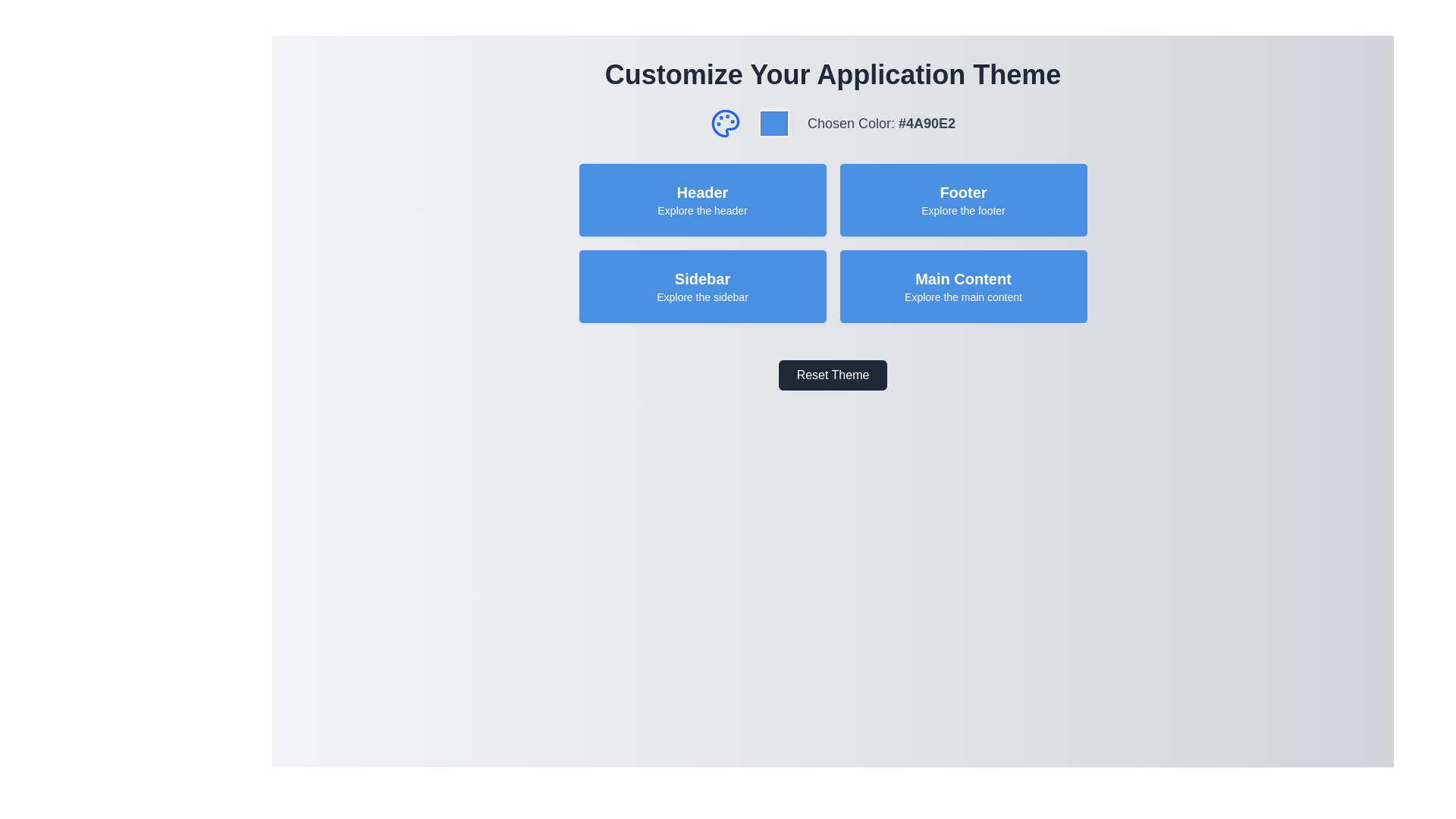 This screenshot has width=1456, height=819. Describe the element at coordinates (701, 287) in the screenshot. I see `the button-like UI component located in the third box of a grid layout, positioned on the lower-left side beneath the 'Header' element and to the left of the 'Main Content' element` at that location.